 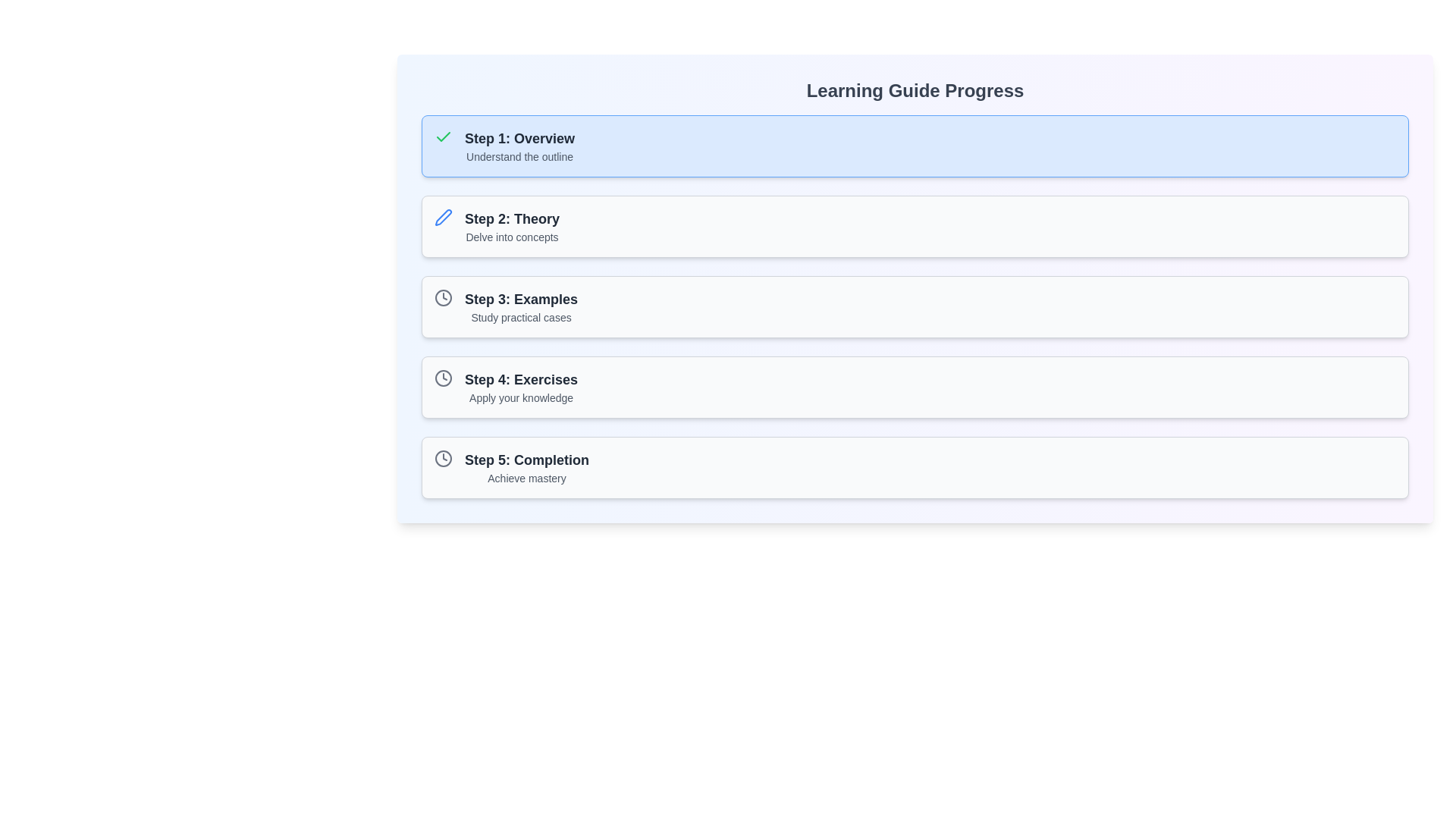 What do you see at coordinates (914, 146) in the screenshot?
I see `the first informational card in the 'Learning Guide Progress' section, which provides a description of a specific step in the process` at bounding box center [914, 146].